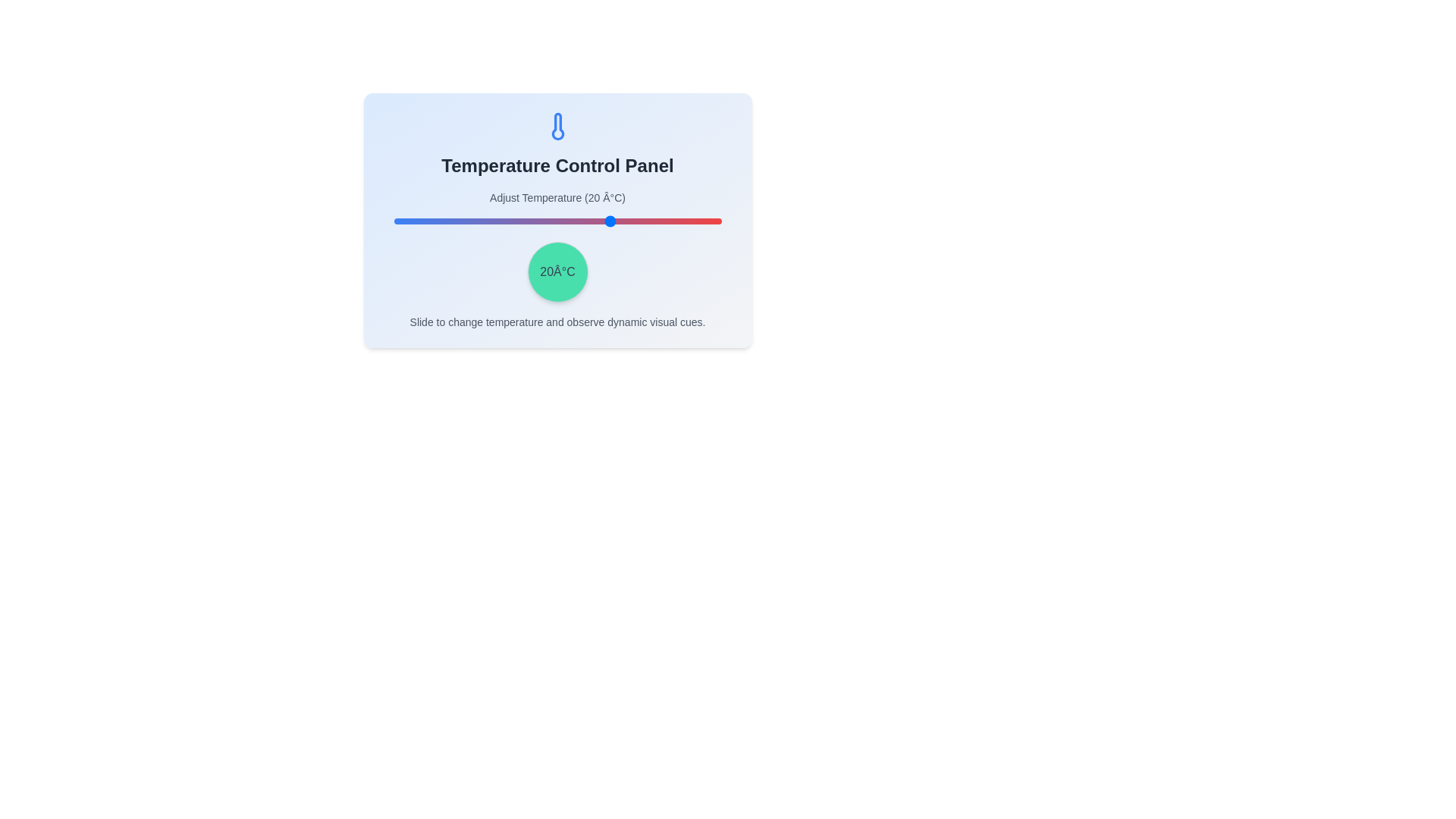  What do you see at coordinates (630, 221) in the screenshot?
I see `the temperature slider to 25°C` at bounding box center [630, 221].